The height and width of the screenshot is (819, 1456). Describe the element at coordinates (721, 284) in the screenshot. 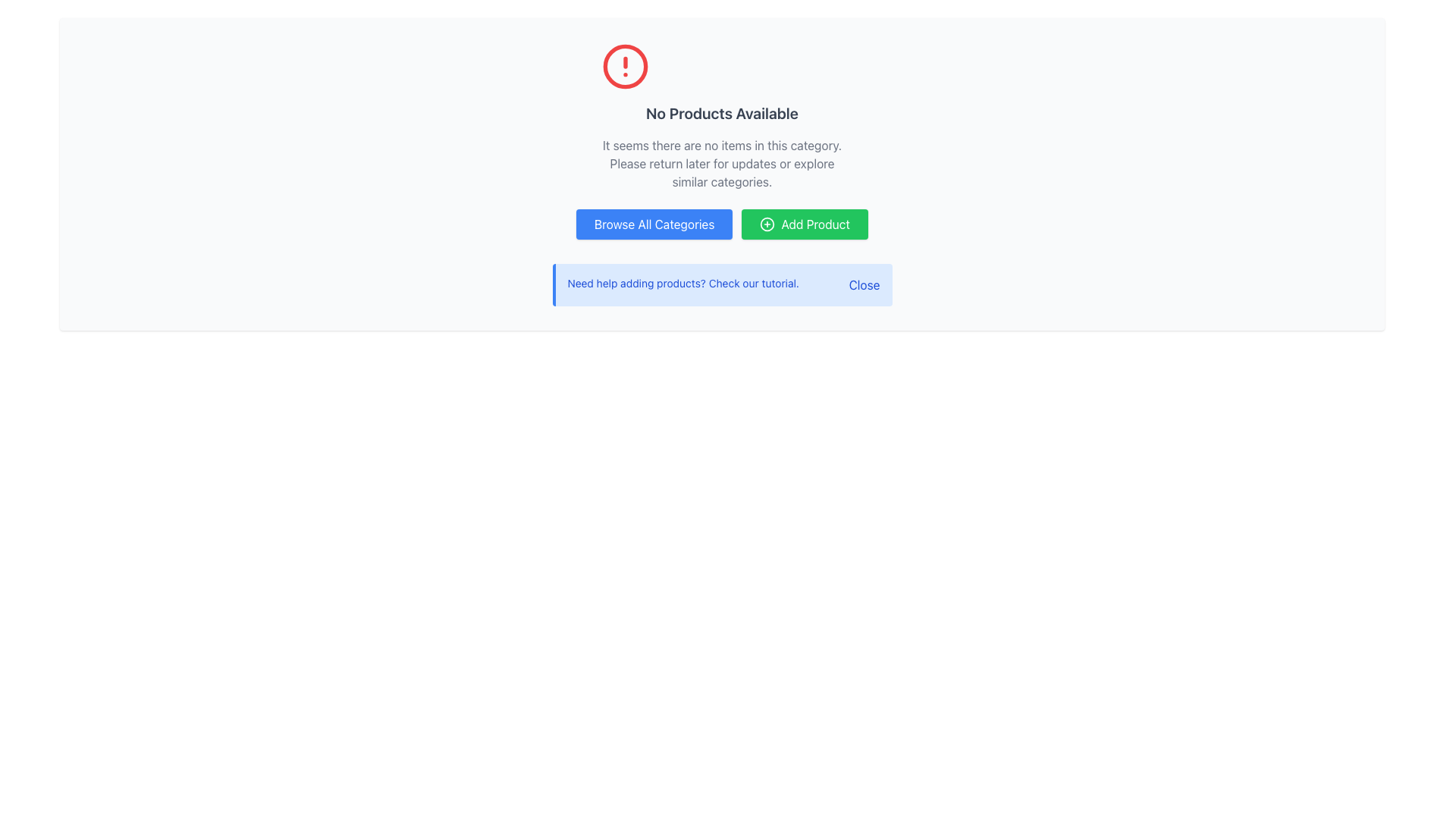

I see `help information displayed in the Info Tooltip with a light blue background and a 'Close' link on the right, located below the buttons 'Browse All Categories' and 'Add Product'` at that location.